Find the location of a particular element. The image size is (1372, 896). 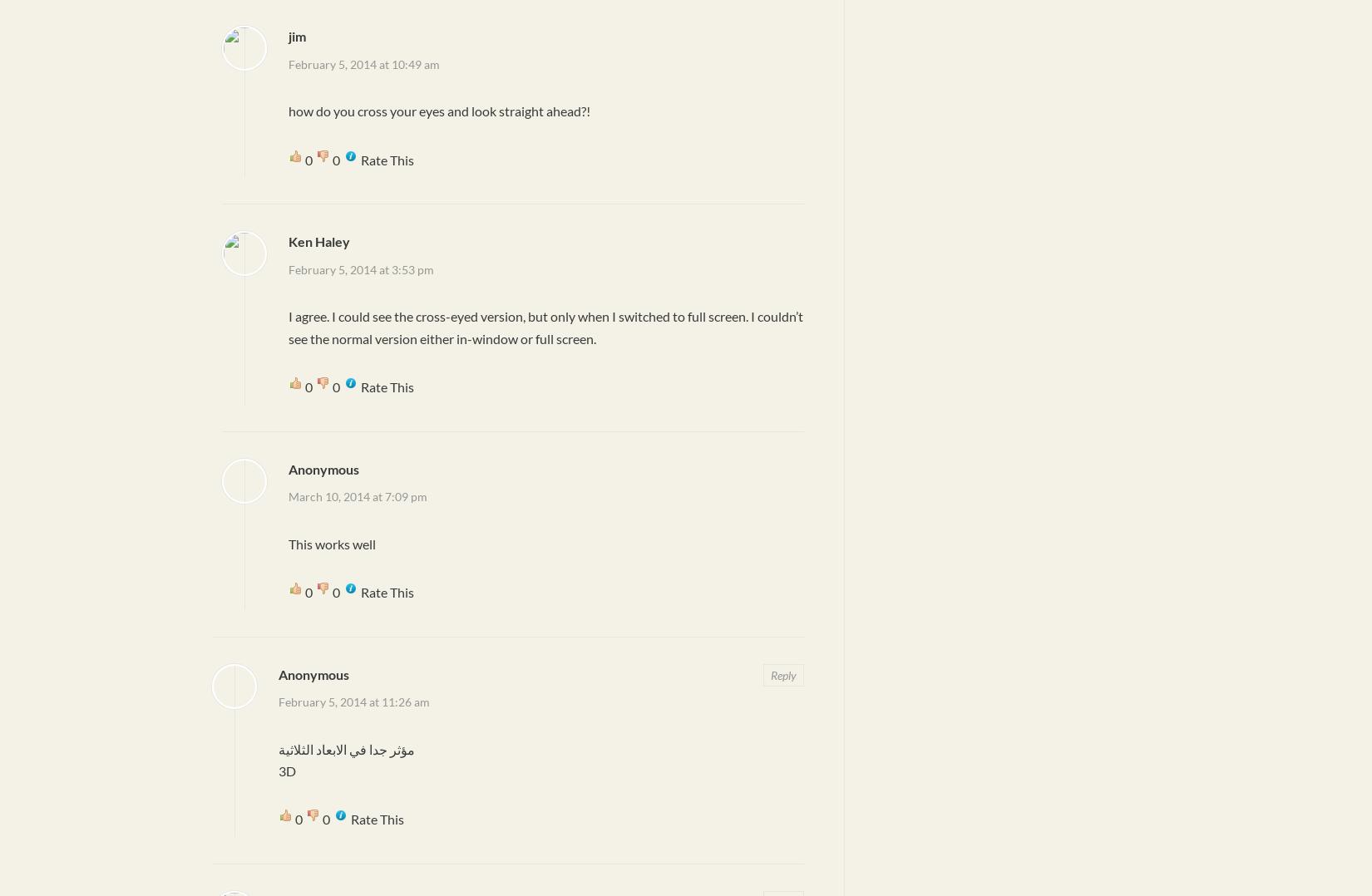

'February 5, 2014 at 3:53 pm' is located at coordinates (360, 268).